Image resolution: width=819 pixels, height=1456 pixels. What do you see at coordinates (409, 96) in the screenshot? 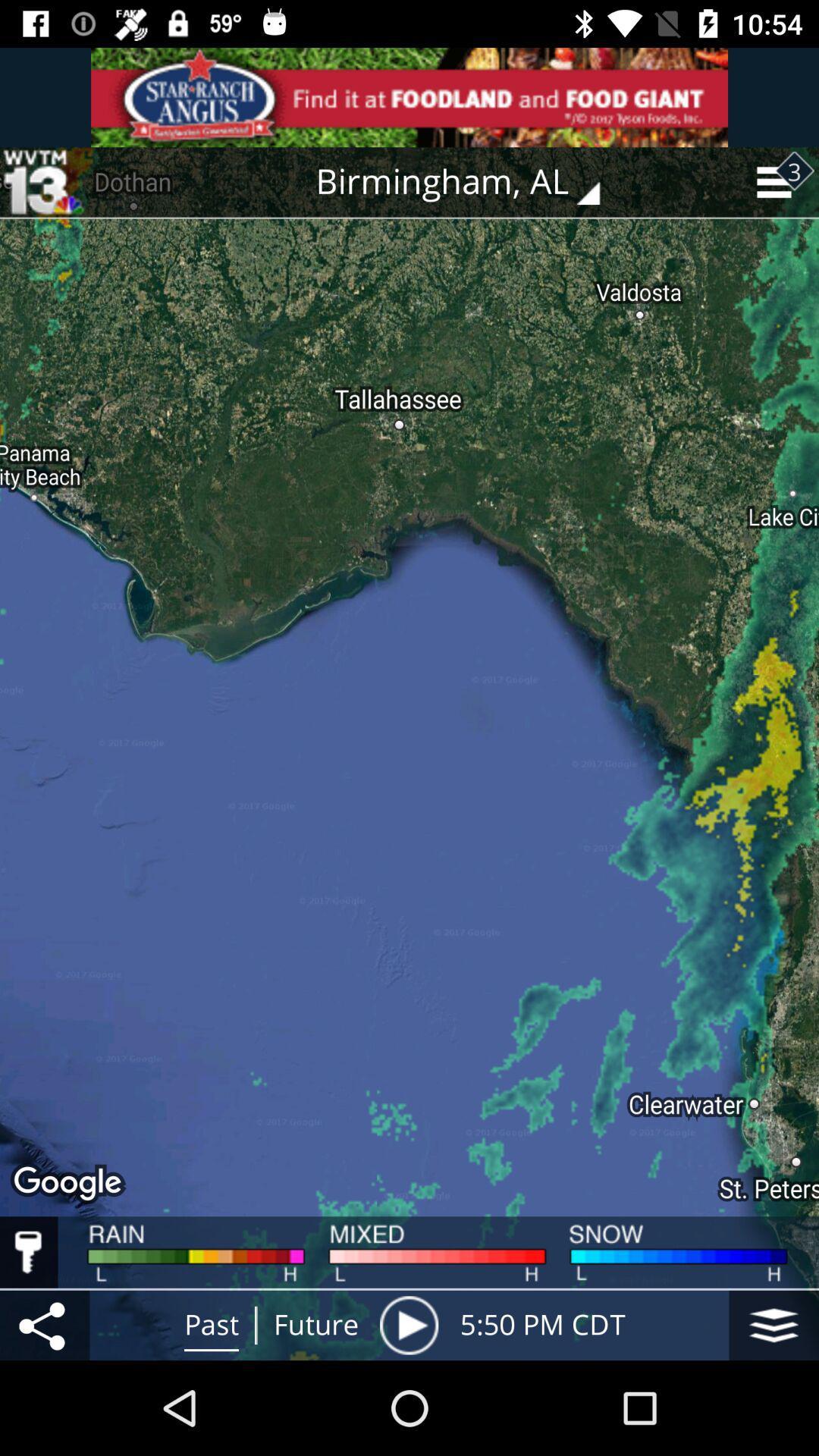
I see `link to star ranch angus` at bounding box center [409, 96].